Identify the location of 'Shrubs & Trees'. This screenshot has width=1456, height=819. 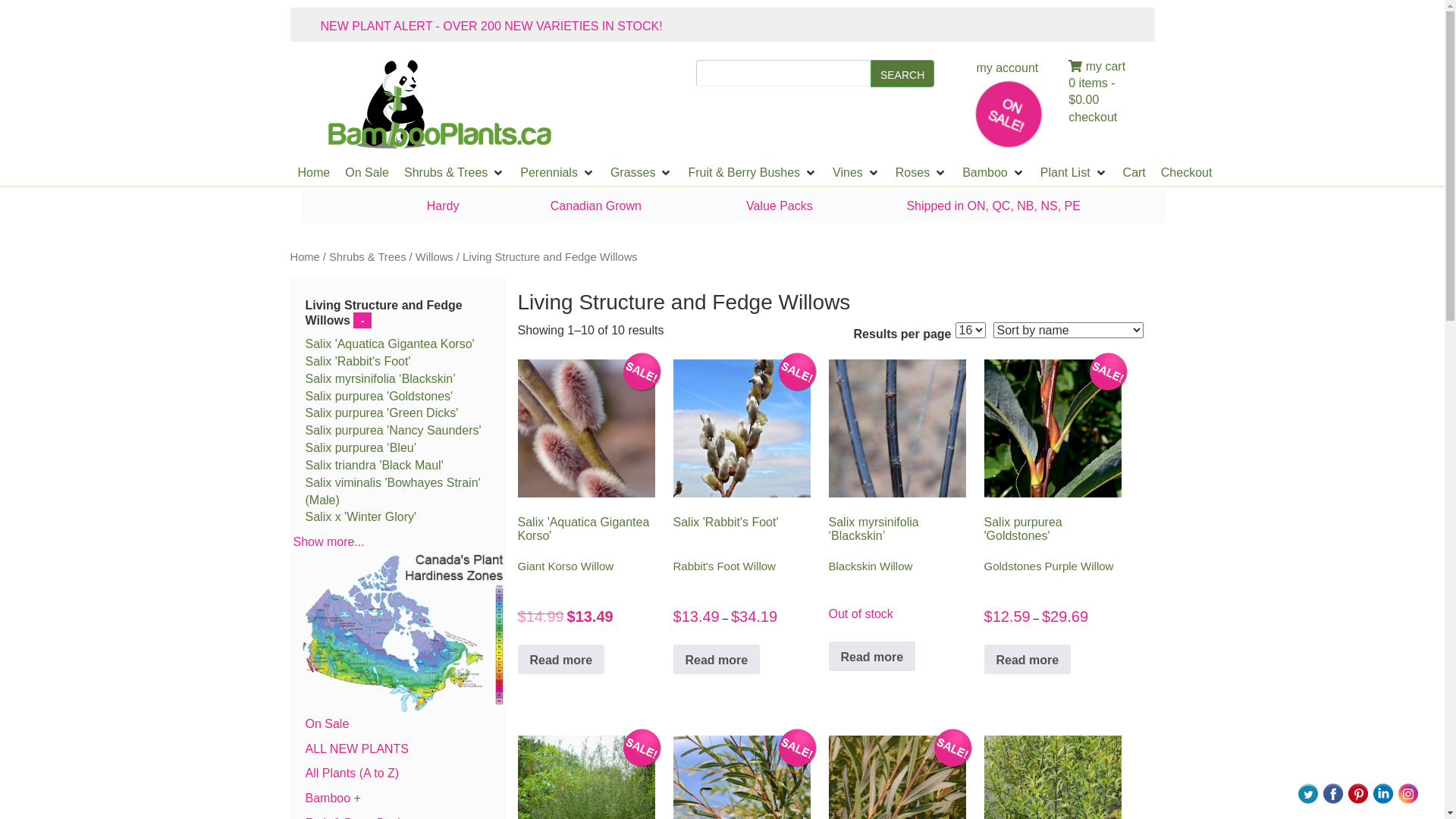
(367, 256).